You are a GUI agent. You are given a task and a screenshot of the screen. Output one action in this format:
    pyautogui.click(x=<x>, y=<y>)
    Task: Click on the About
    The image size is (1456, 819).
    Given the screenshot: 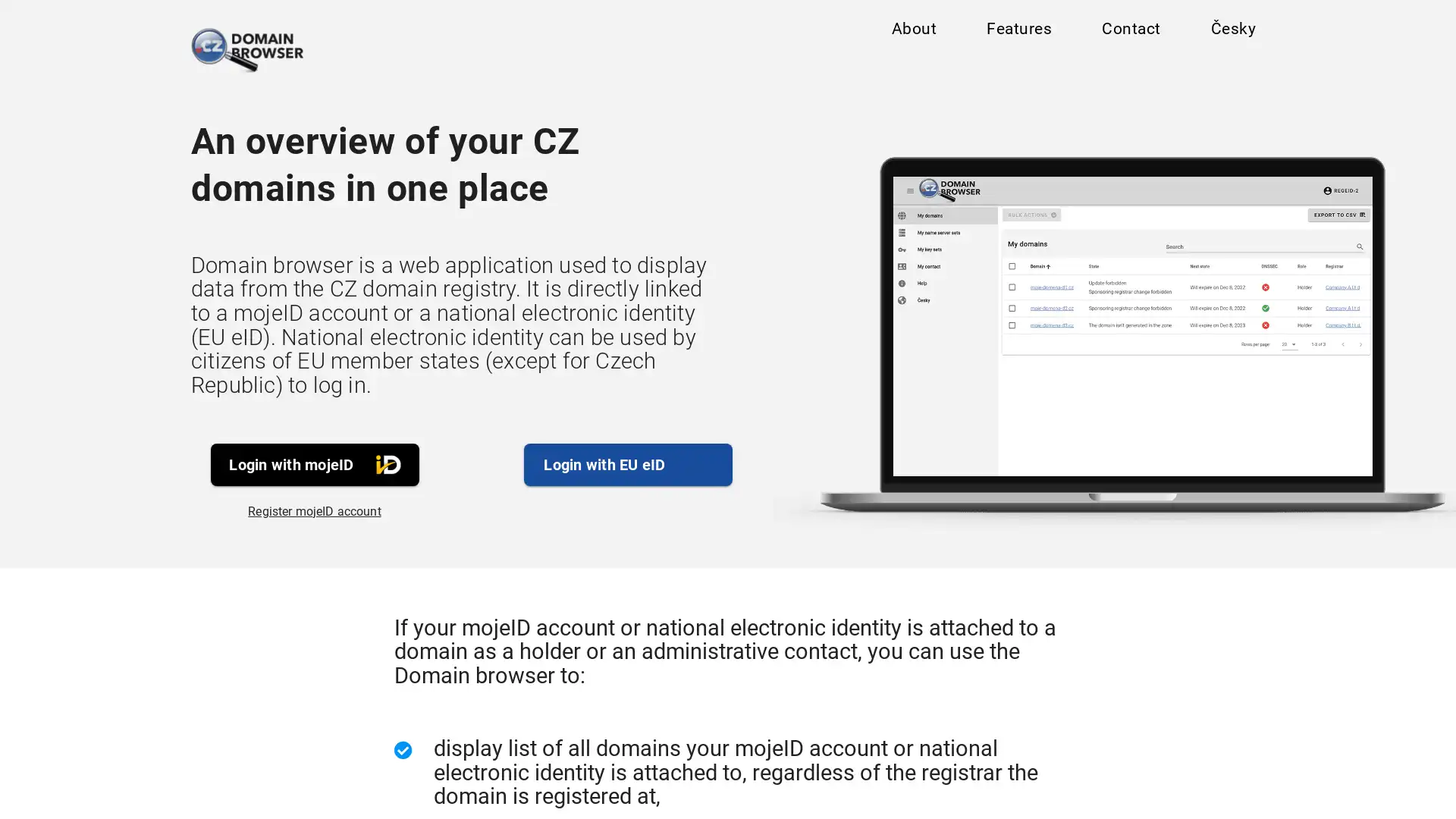 What is the action you would take?
    pyautogui.click(x=912, y=32)
    